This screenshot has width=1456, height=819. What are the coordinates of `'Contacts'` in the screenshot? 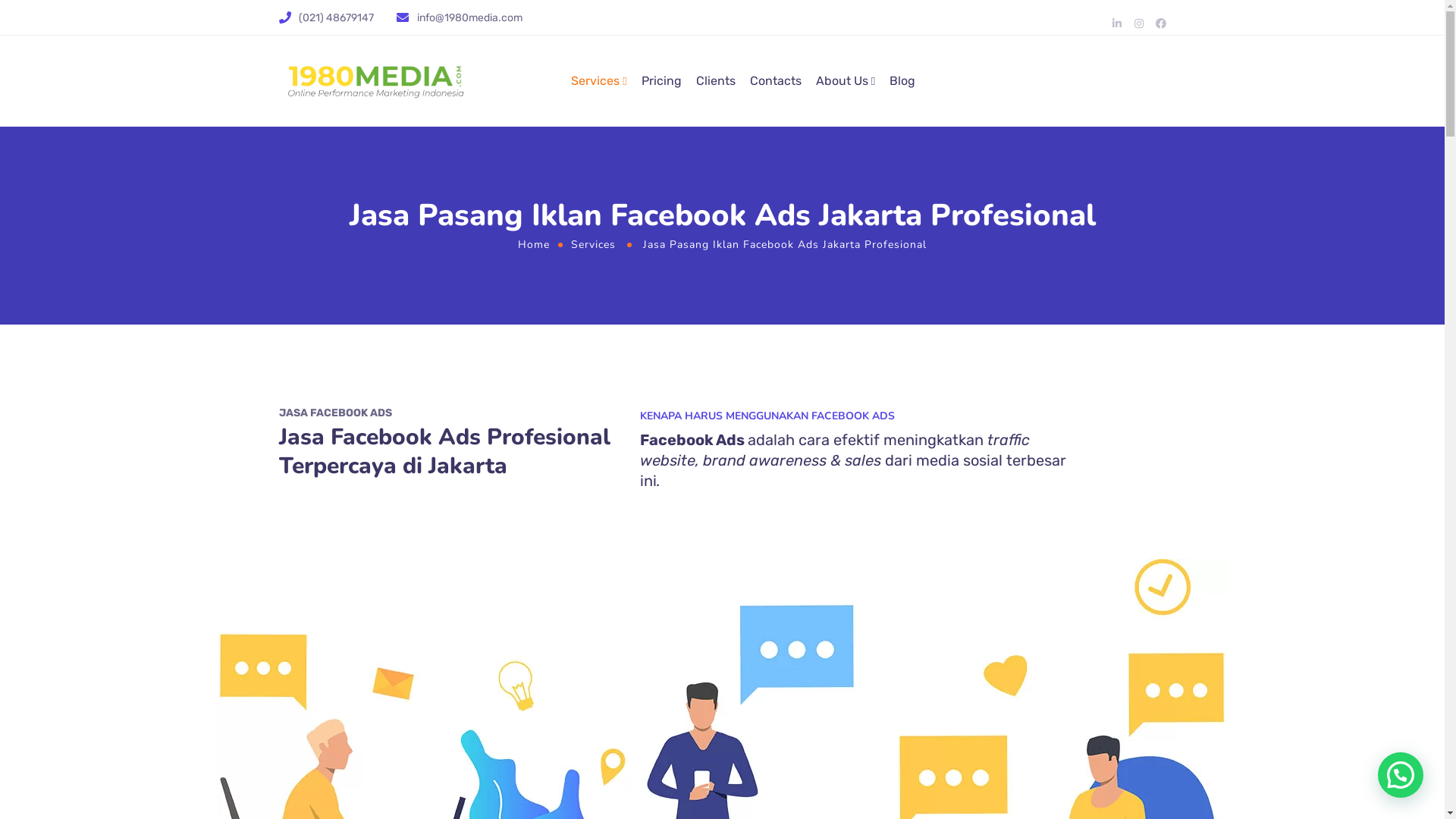 It's located at (775, 81).